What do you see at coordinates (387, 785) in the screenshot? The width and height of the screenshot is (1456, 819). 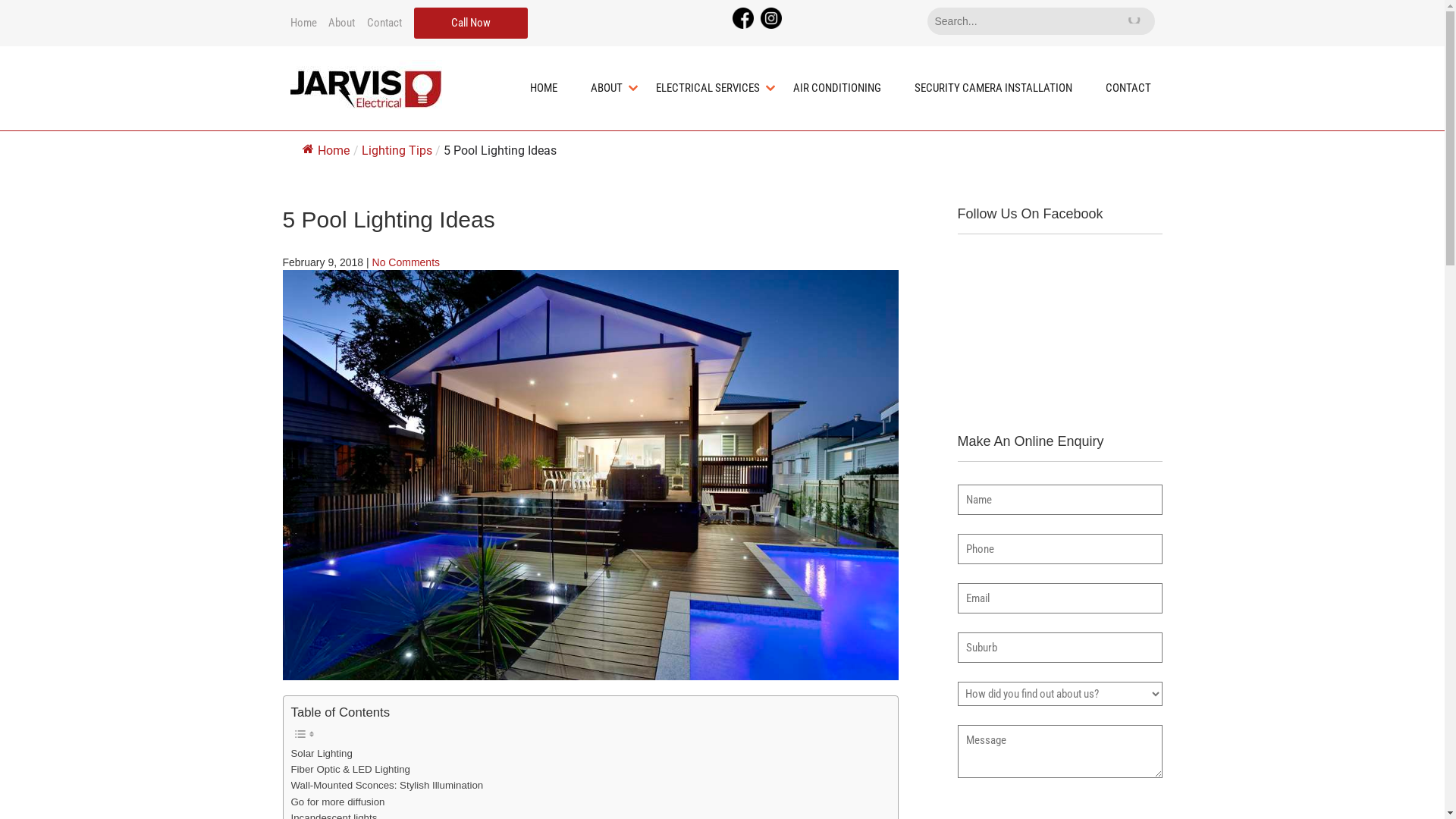 I see `'Wall-Mounted Sconces: Stylish Illumination'` at bounding box center [387, 785].